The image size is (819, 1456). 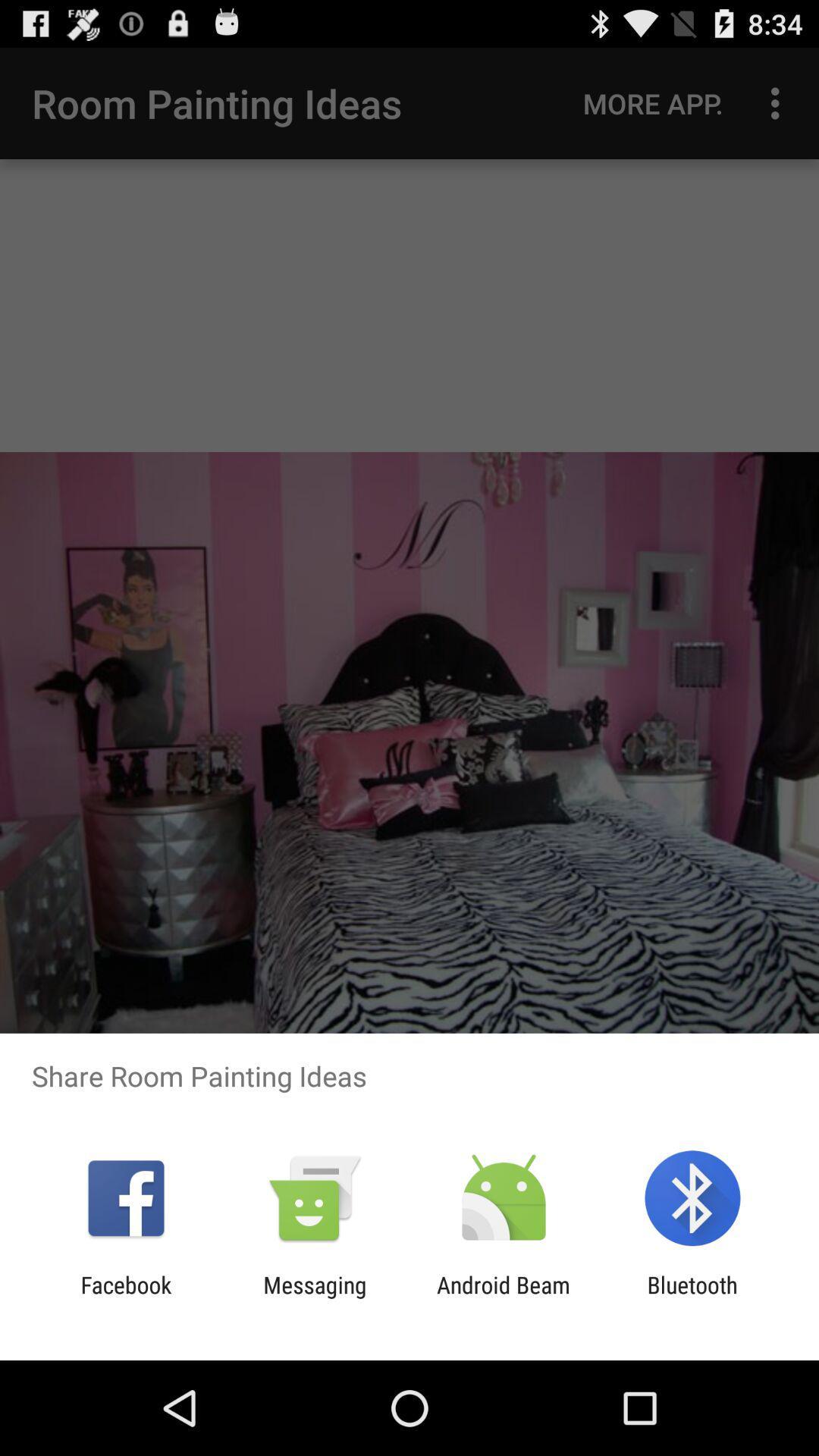 I want to click on item next to messaging app, so click(x=125, y=1298).